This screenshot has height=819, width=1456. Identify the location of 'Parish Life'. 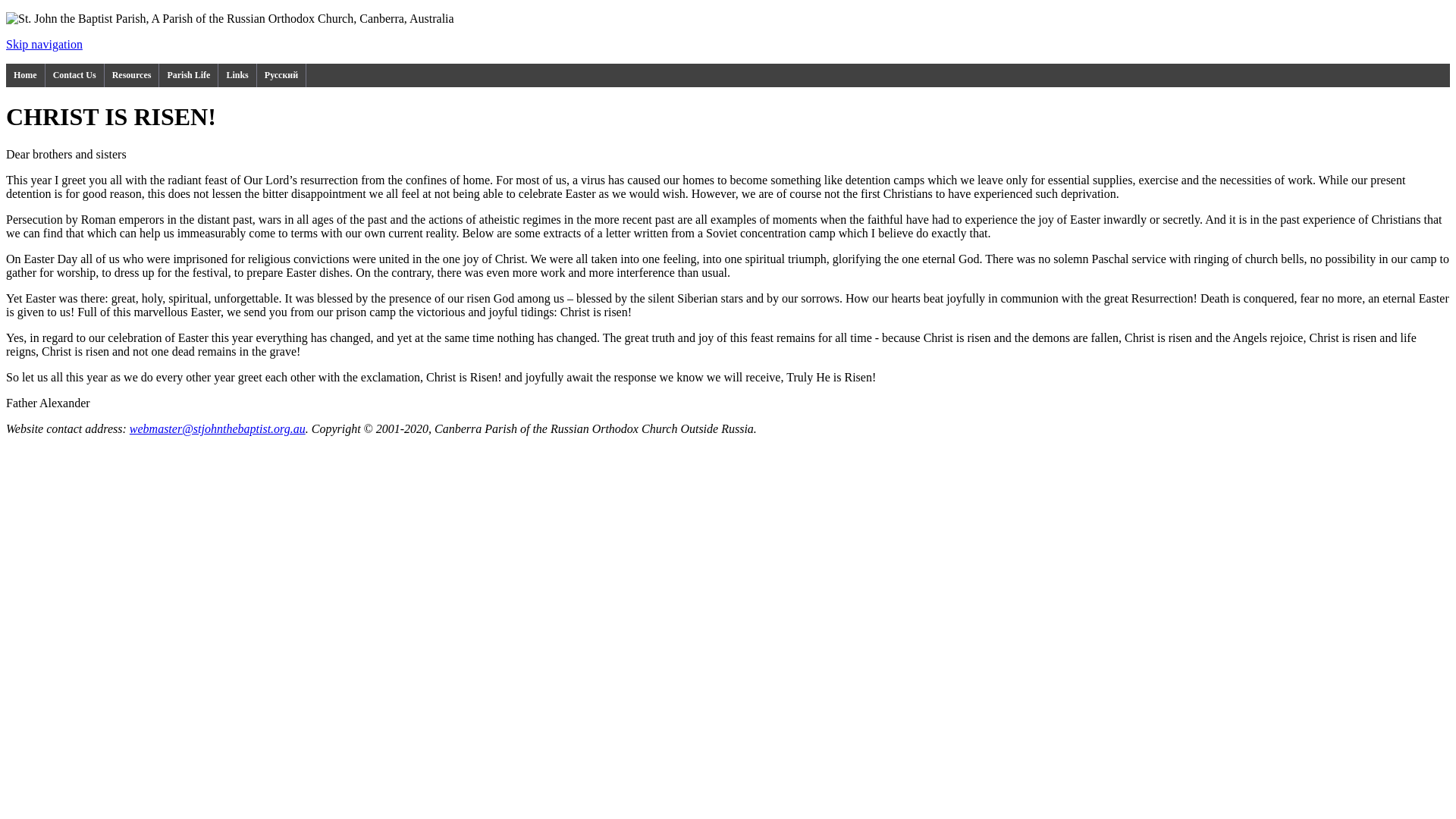
(188, 75).